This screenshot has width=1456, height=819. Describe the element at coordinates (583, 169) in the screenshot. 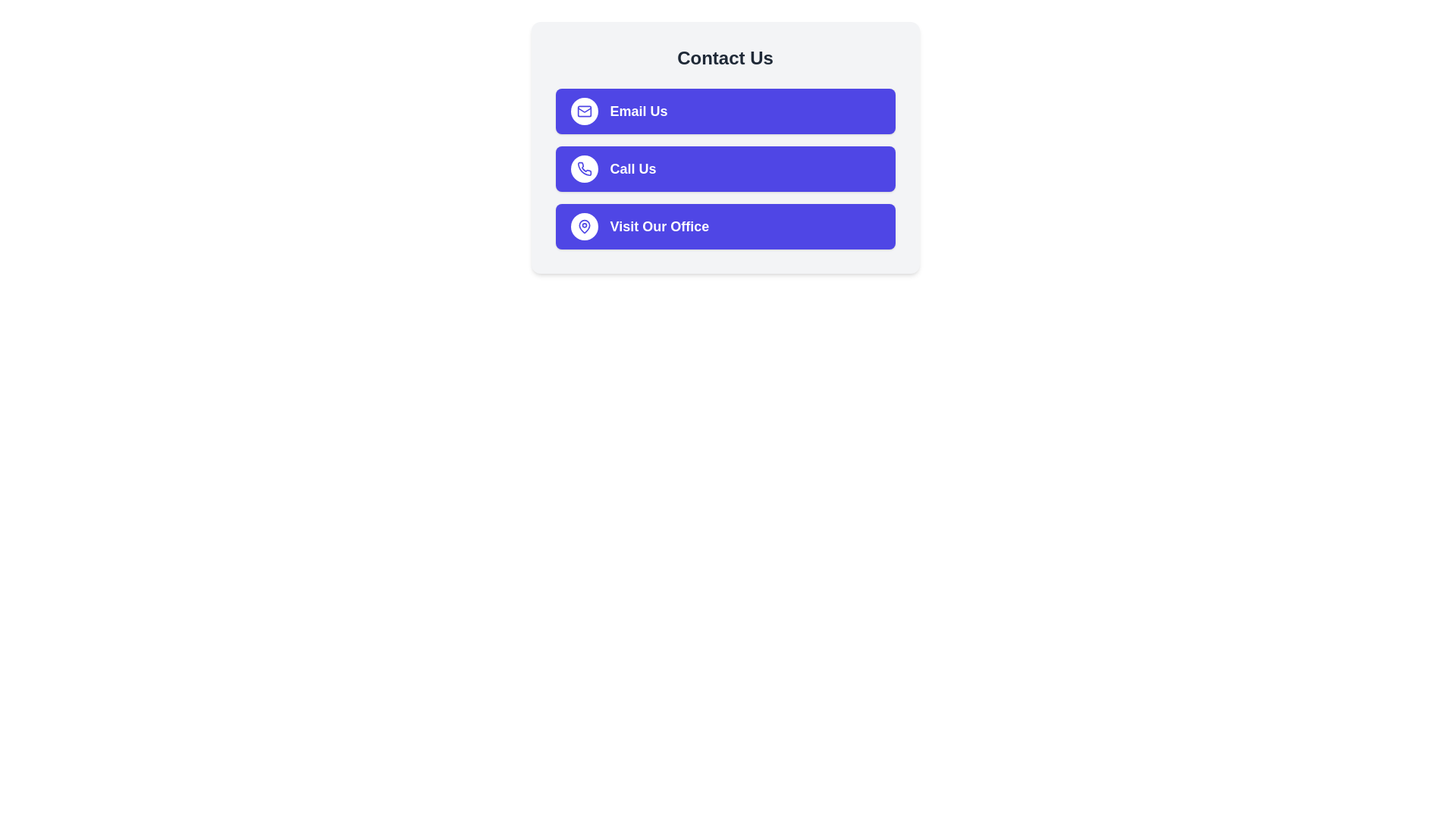

I see `the phone icon located to the left of the 'Call Us' button in the 'Contact Us' section, which indicates call activities` at that location.